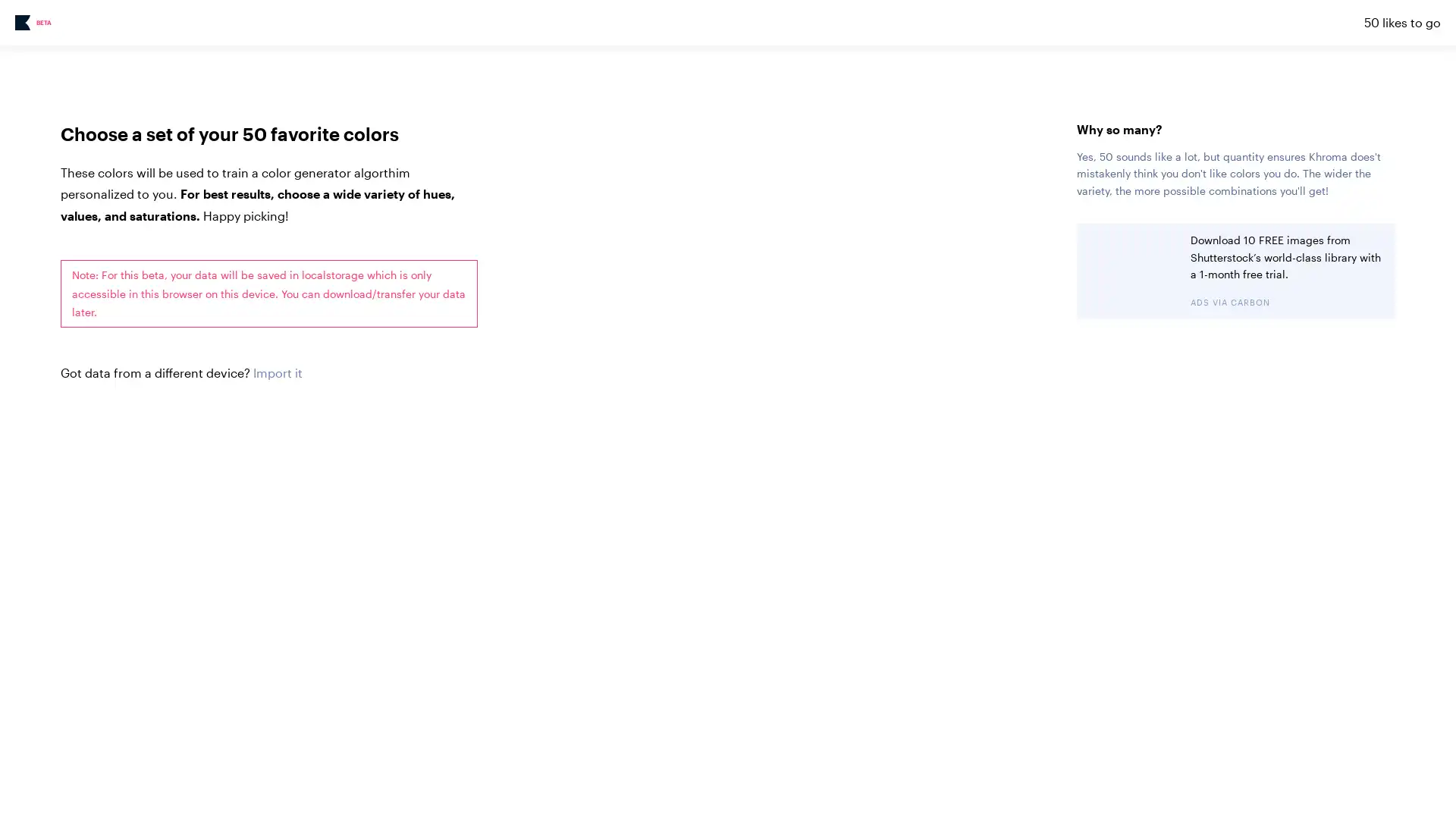 The width and height of the screenshot is (1456, 819). What do you see at coordinates (291, 374) in the screenshot?
I see `Choose File` at bounding box center [291, 374].